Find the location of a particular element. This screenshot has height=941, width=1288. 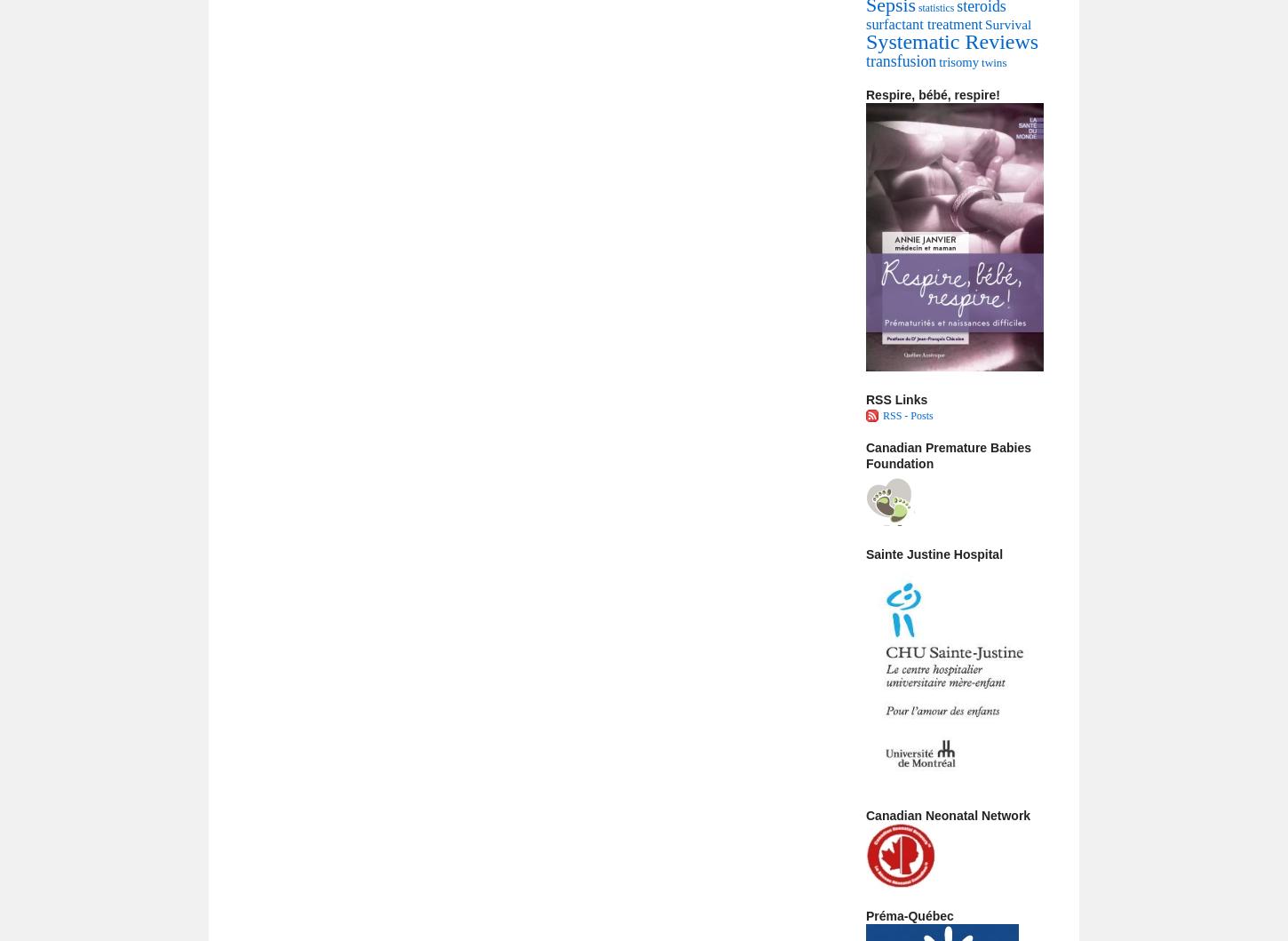

'Survival' is located at coordinates (1006, 24).